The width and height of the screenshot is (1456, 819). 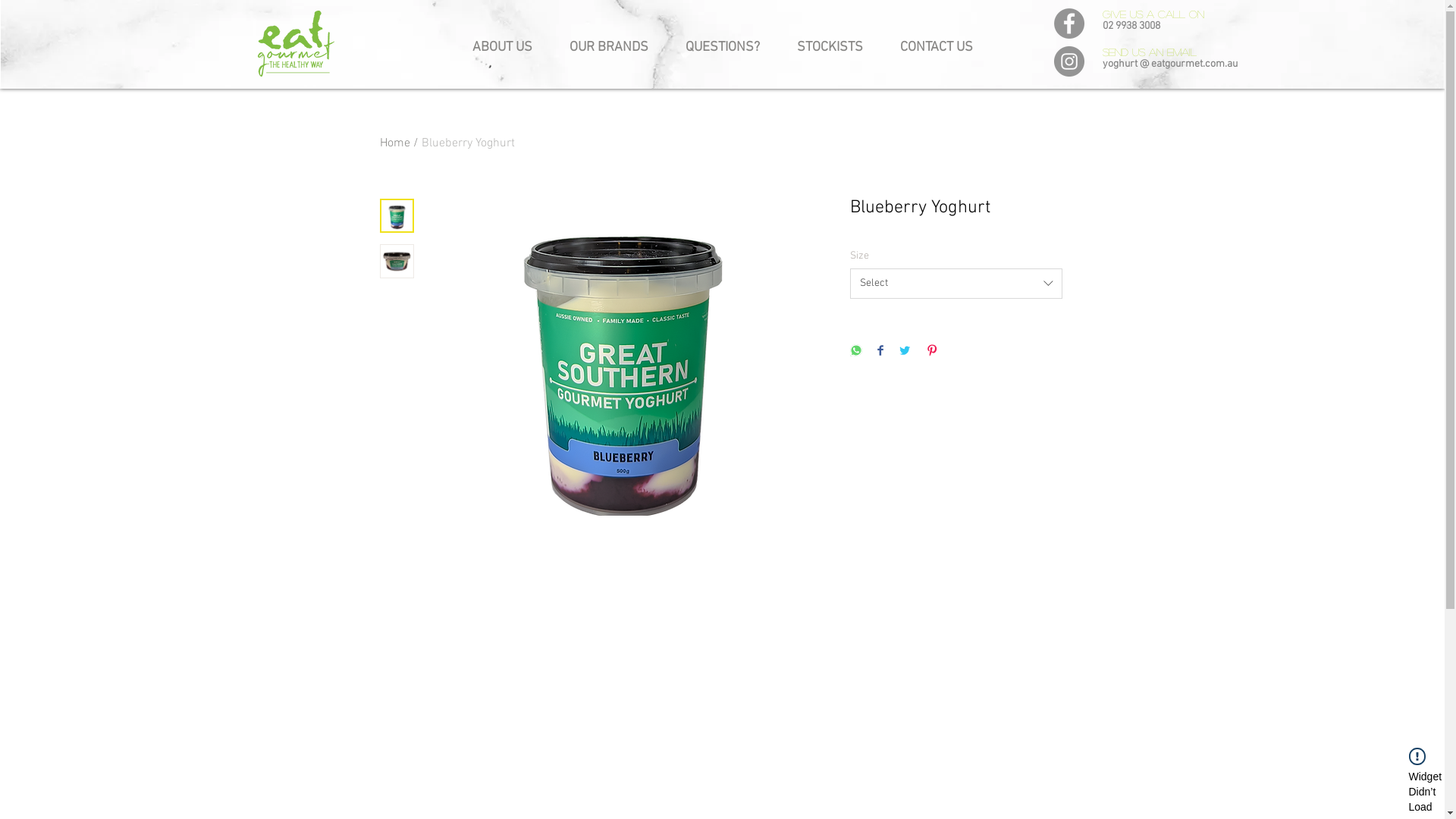 I want to click on 'OUR BRANDS', so click(x=608, y=40).